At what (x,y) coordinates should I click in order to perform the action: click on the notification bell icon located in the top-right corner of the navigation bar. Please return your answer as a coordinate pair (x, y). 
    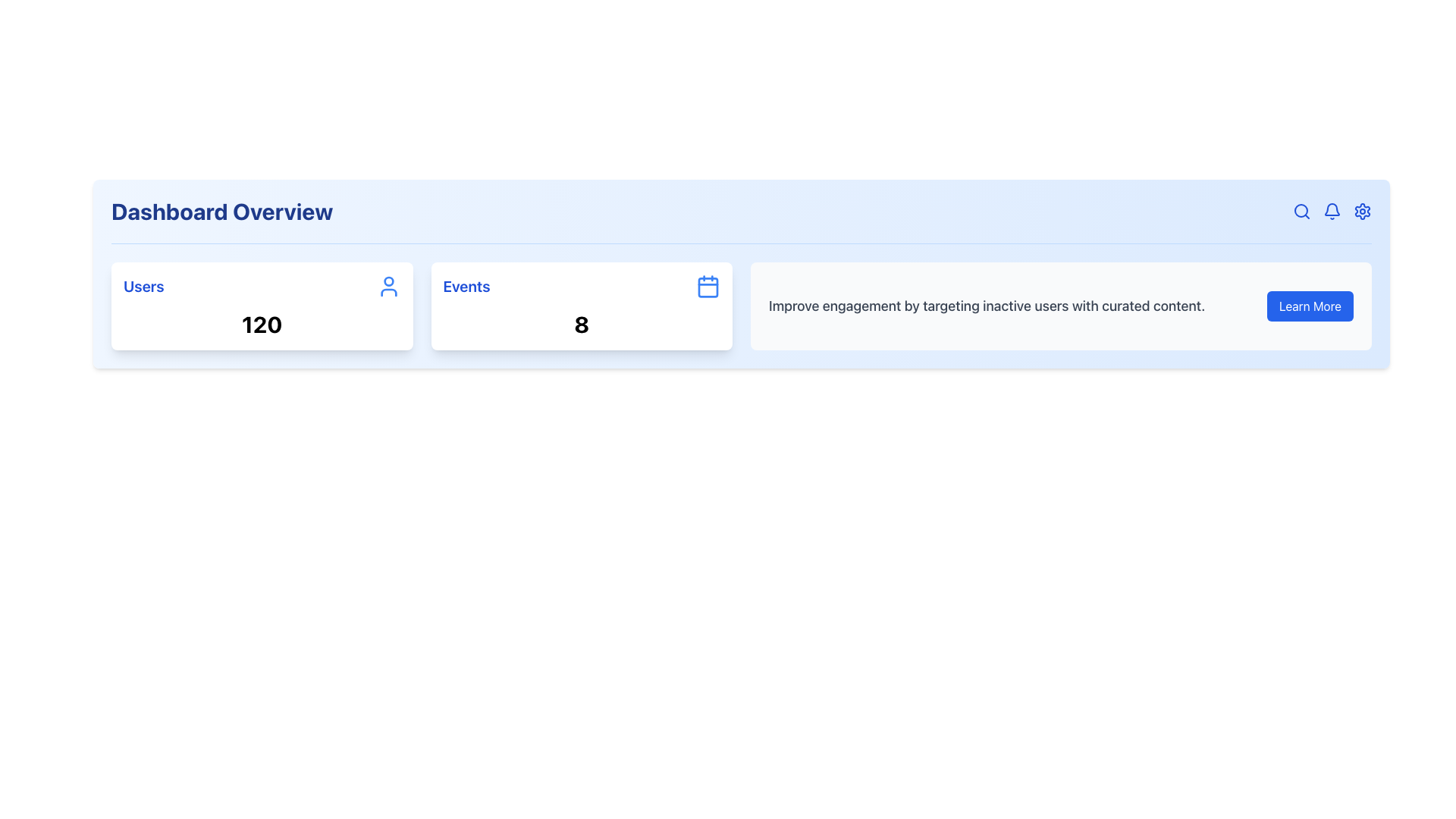
    Looking at the image, I should click on (1331, 211).